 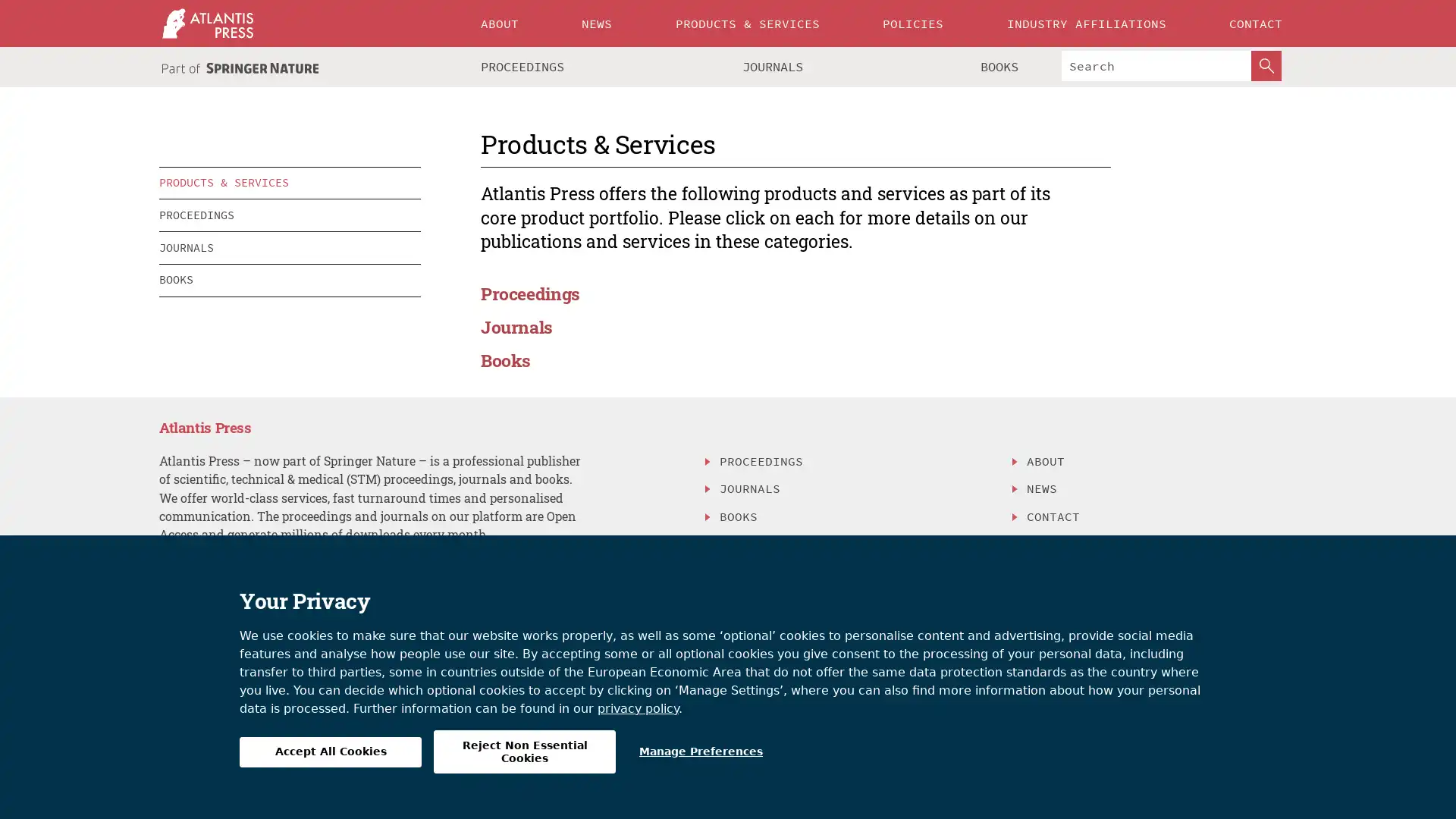 I want to click on Accept All Cookies, so click(x=330, y=752).